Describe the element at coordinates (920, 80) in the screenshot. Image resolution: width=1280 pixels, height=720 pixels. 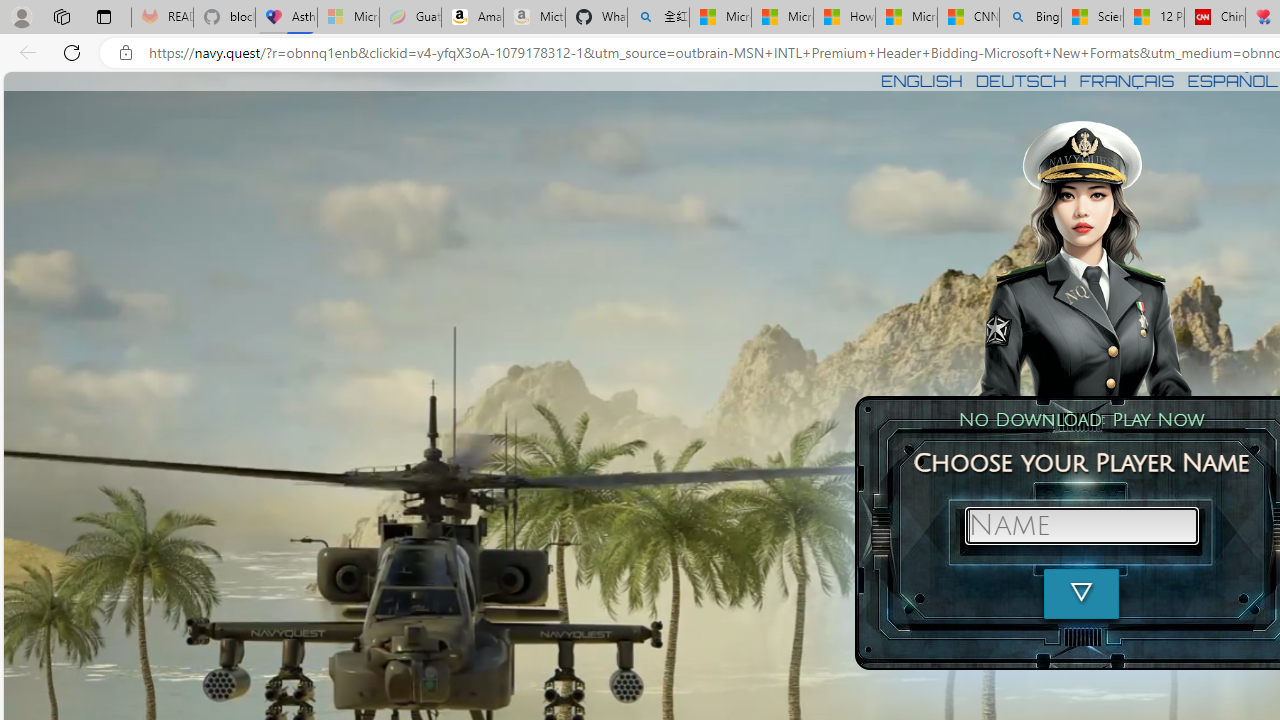
I see `'ENGLISH'` at that location.